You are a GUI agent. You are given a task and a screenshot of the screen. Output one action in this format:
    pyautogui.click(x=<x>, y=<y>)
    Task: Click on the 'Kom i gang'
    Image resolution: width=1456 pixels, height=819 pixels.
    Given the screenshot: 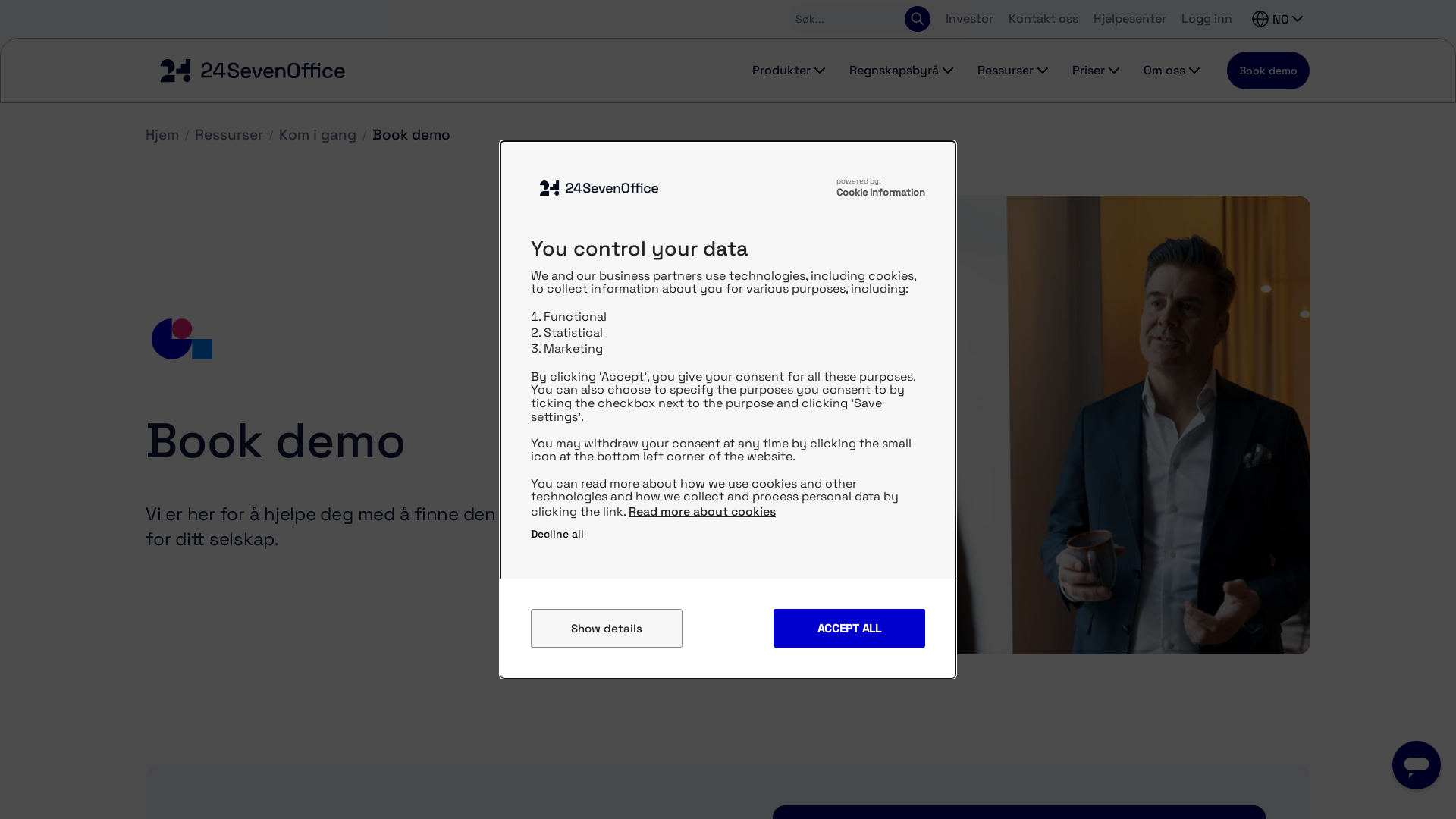 What is the action you would take?
    pyautogui.click(x=279, y=133)
    